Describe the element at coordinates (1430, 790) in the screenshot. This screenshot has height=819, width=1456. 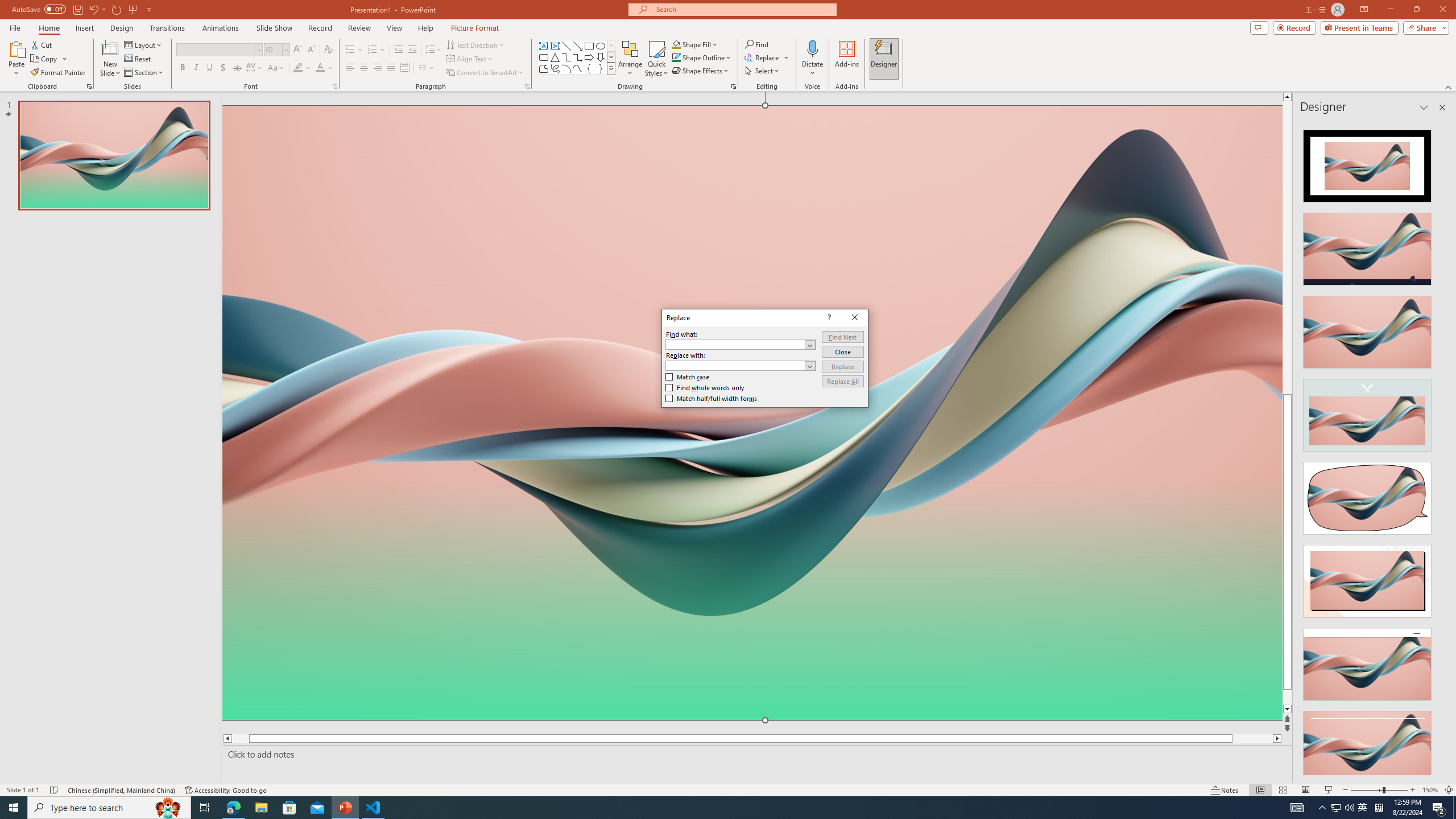
I see `'Zoom 150%'` at that location.